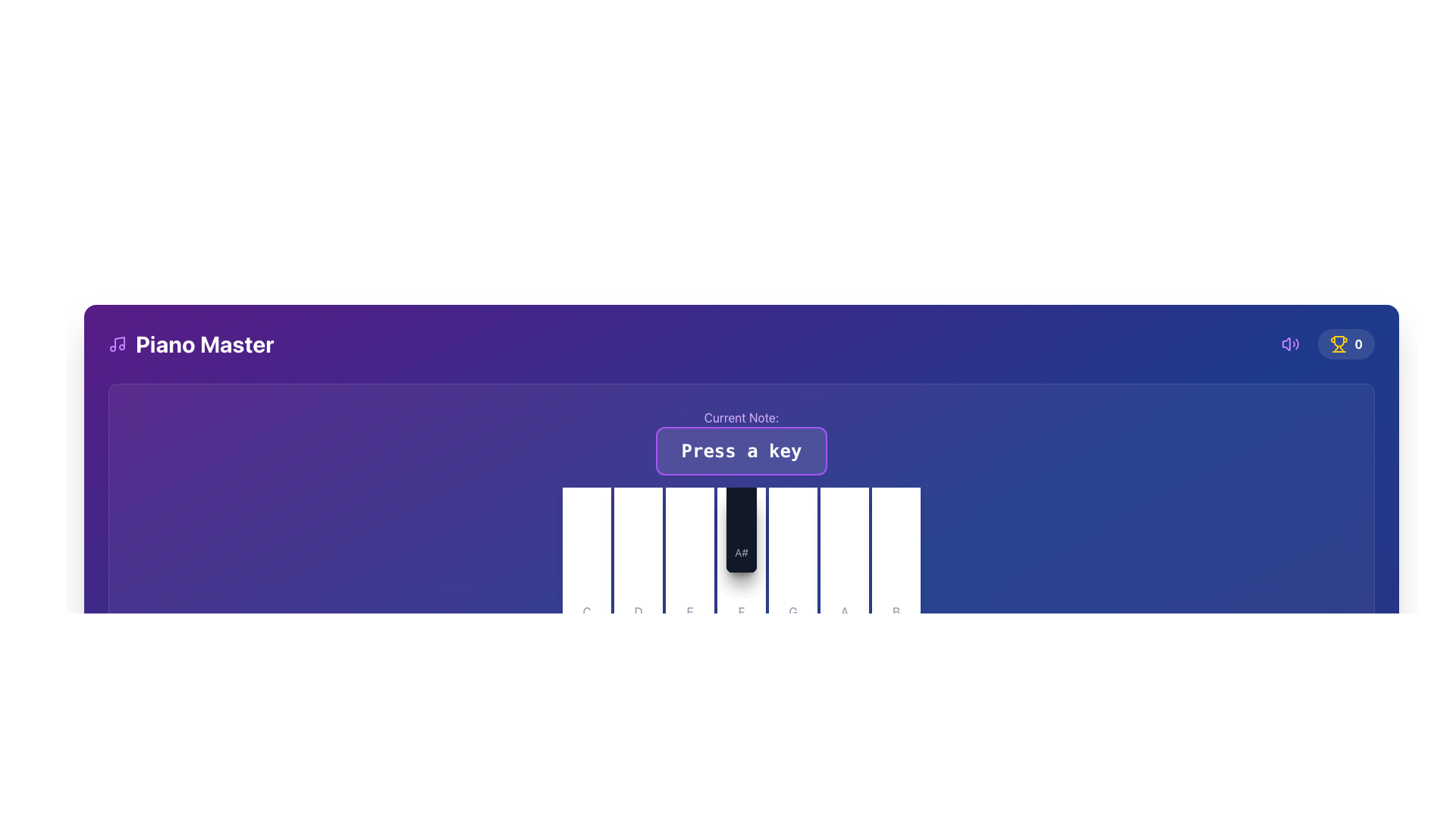  Describe the element at coordinates (638, 560) in the screenshot. I see `the second white key from the left in the piano key representation to play the 'D' note` at that location.